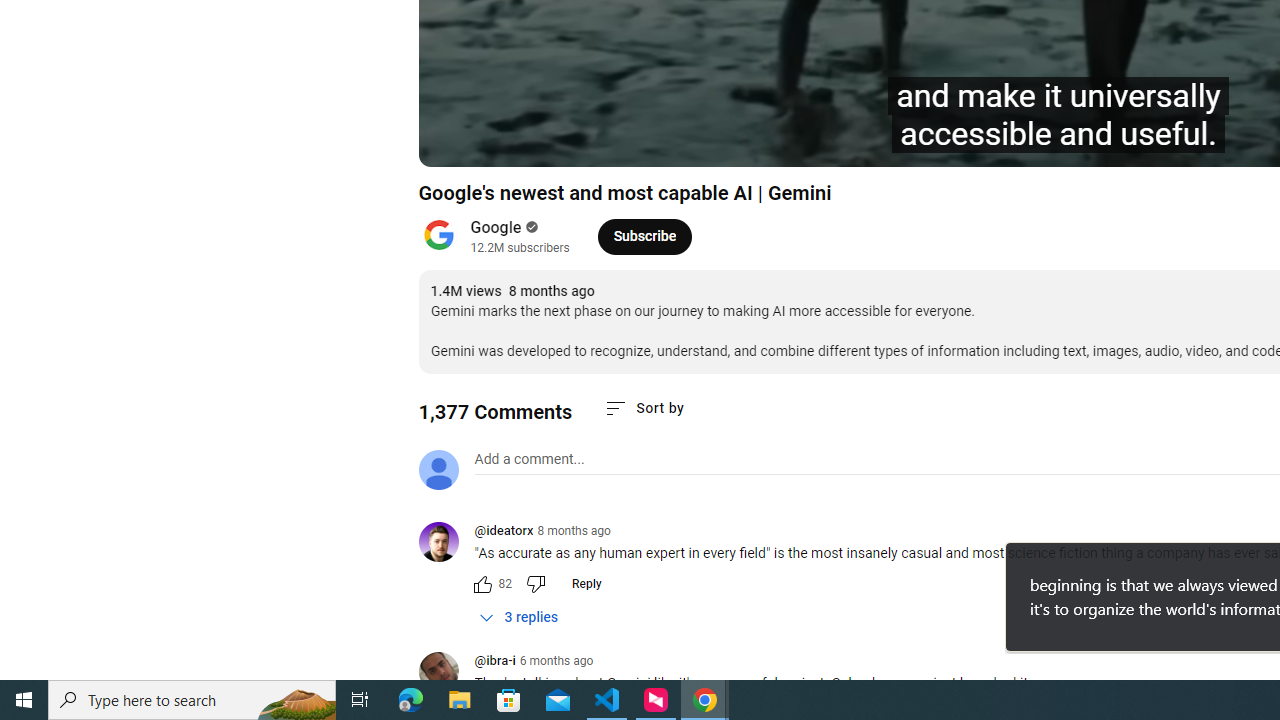  What do you see at coordinates (573, 530) in the screenshot?
I see `'8 months ago'` at bounding box center [573, 530].